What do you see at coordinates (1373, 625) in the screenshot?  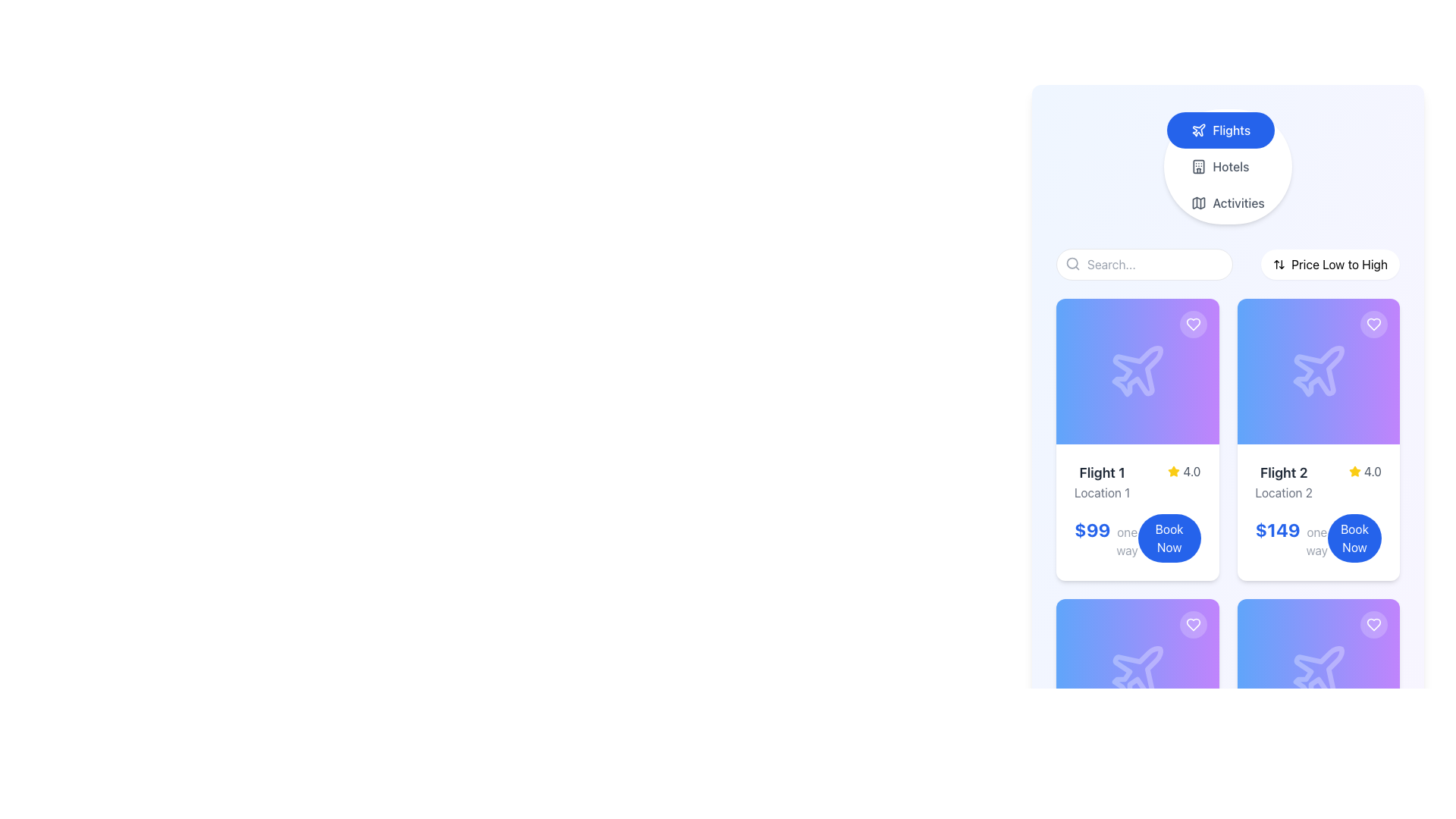 I see `the favorite button located at the top-right corner of the flight details card in the second row, second column of the grid layout` at bounding box center [1373, 625].